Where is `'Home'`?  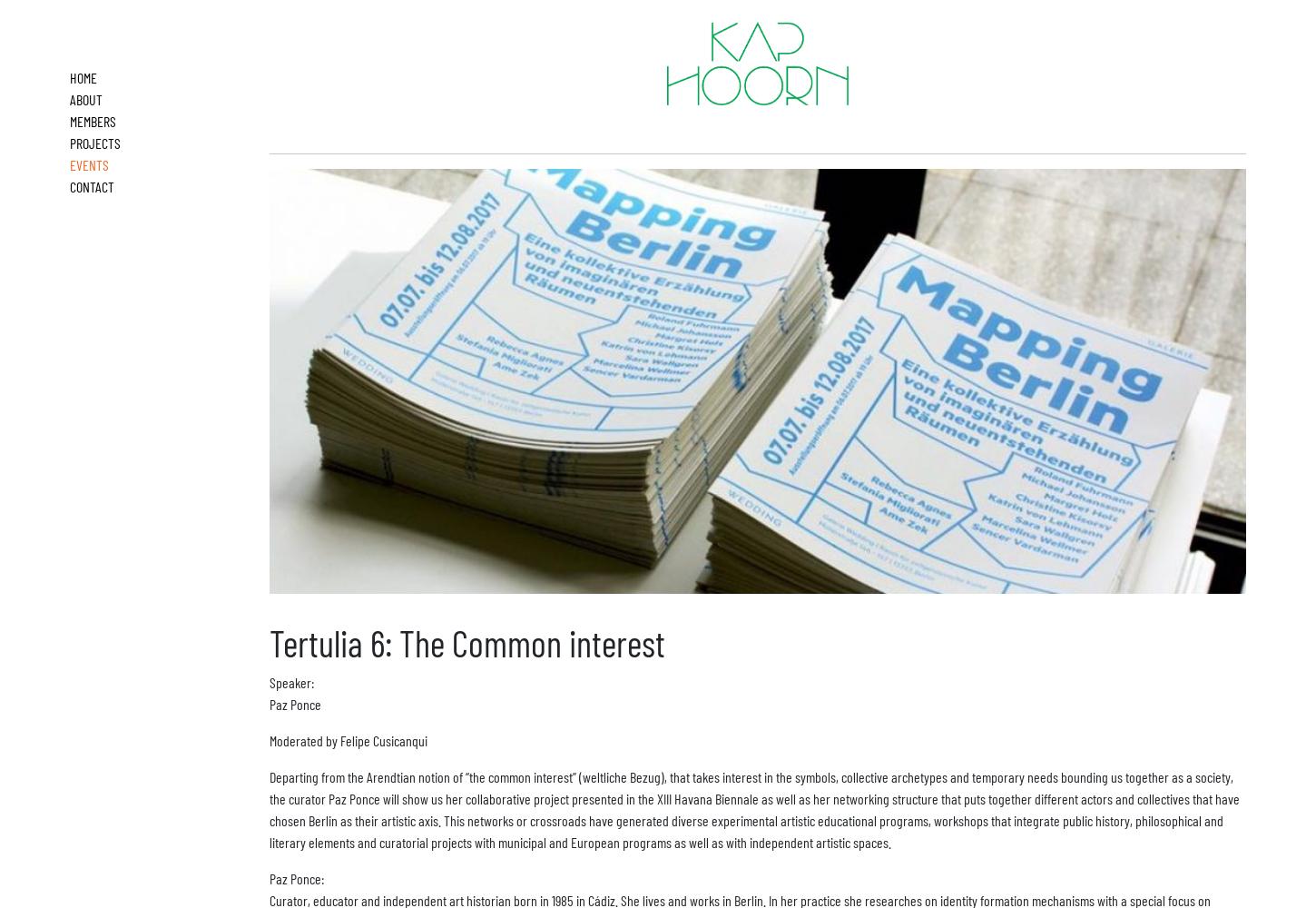 'Home' is located at coordinates (69, 76).